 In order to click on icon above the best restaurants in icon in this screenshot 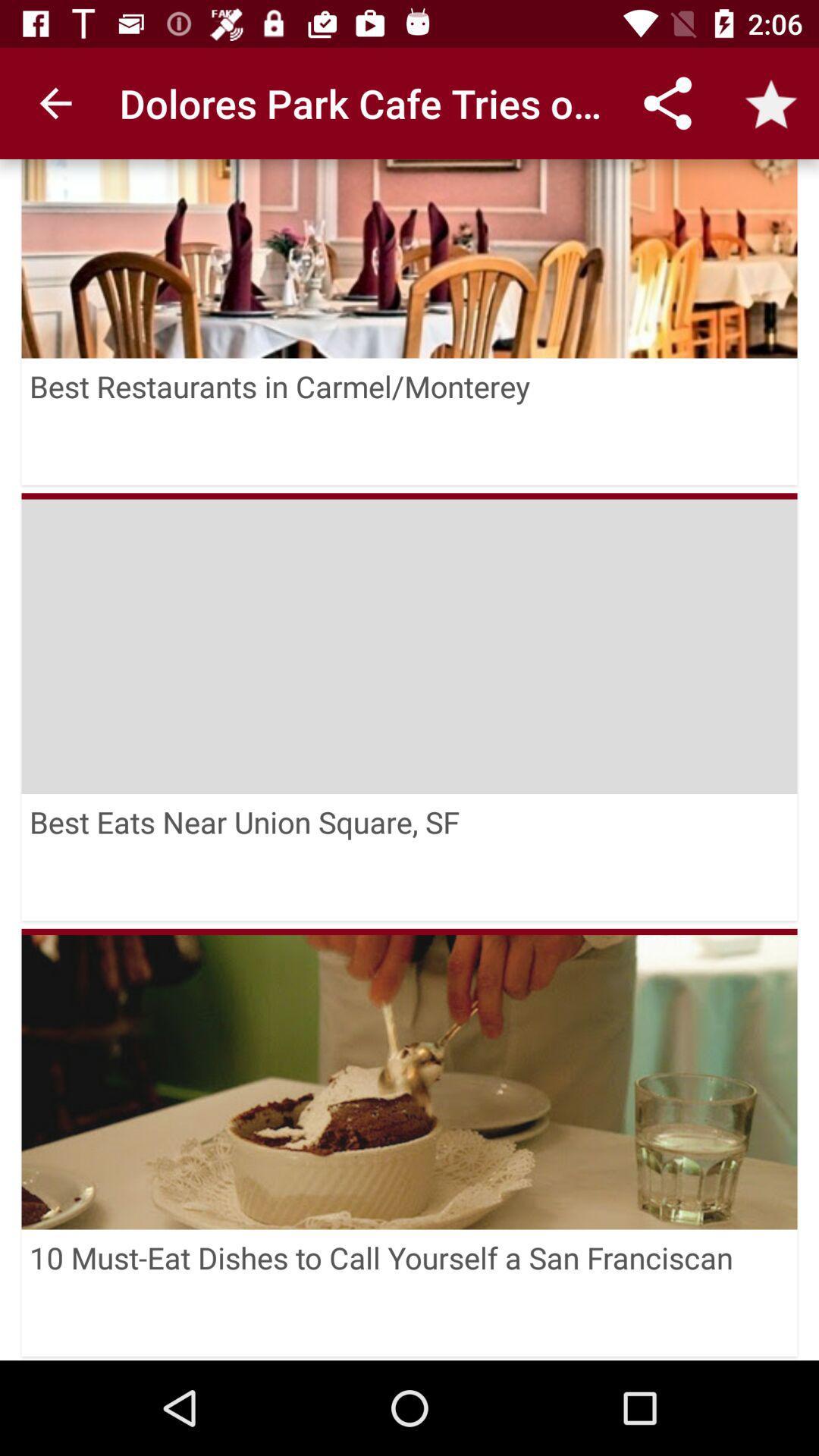, I will do `click(409, 259)`.